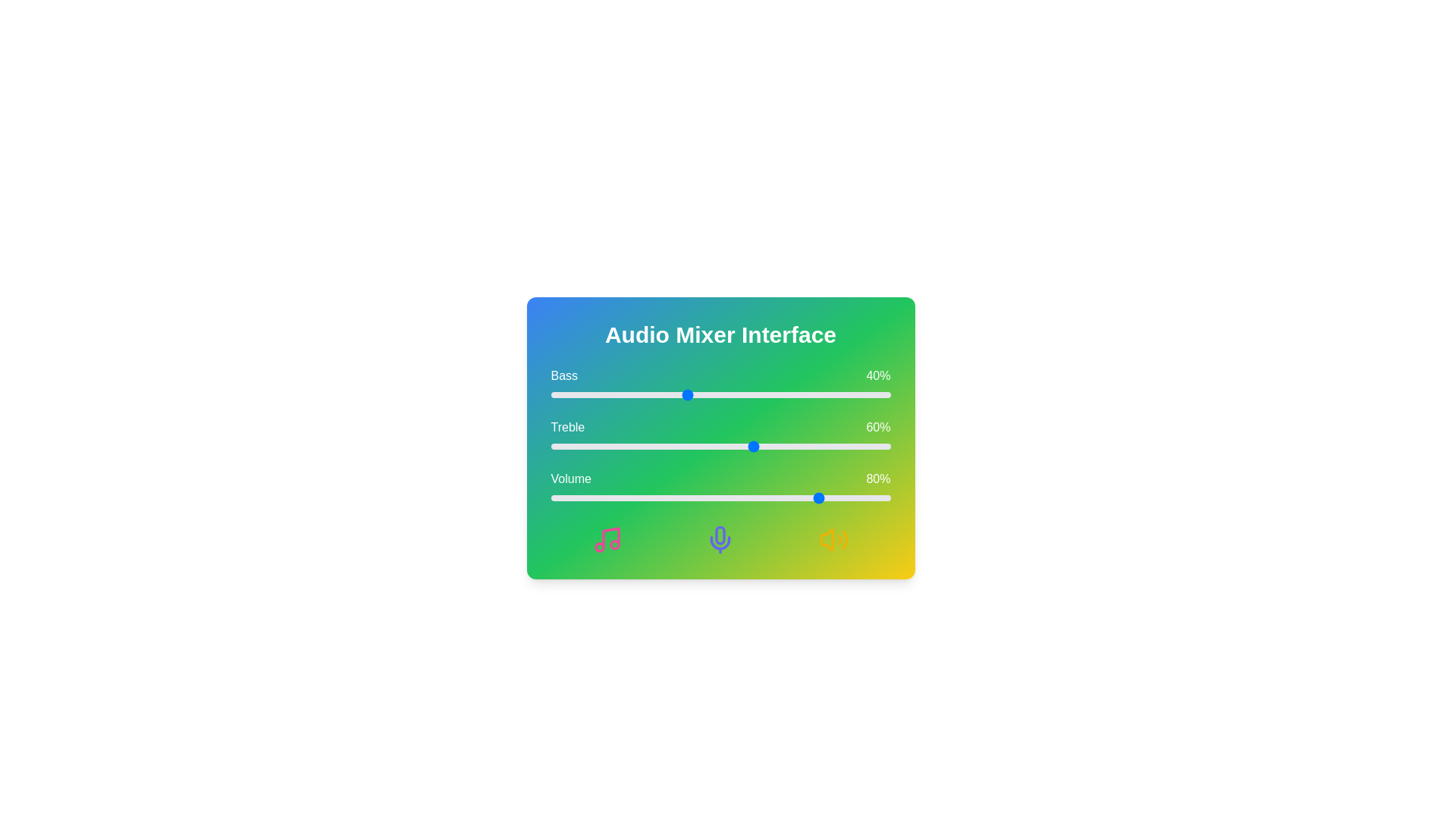 This screenshot has width=1456, height=819. I want to click on the music icon located at the bottom-left of the interface, so click(607, 539).